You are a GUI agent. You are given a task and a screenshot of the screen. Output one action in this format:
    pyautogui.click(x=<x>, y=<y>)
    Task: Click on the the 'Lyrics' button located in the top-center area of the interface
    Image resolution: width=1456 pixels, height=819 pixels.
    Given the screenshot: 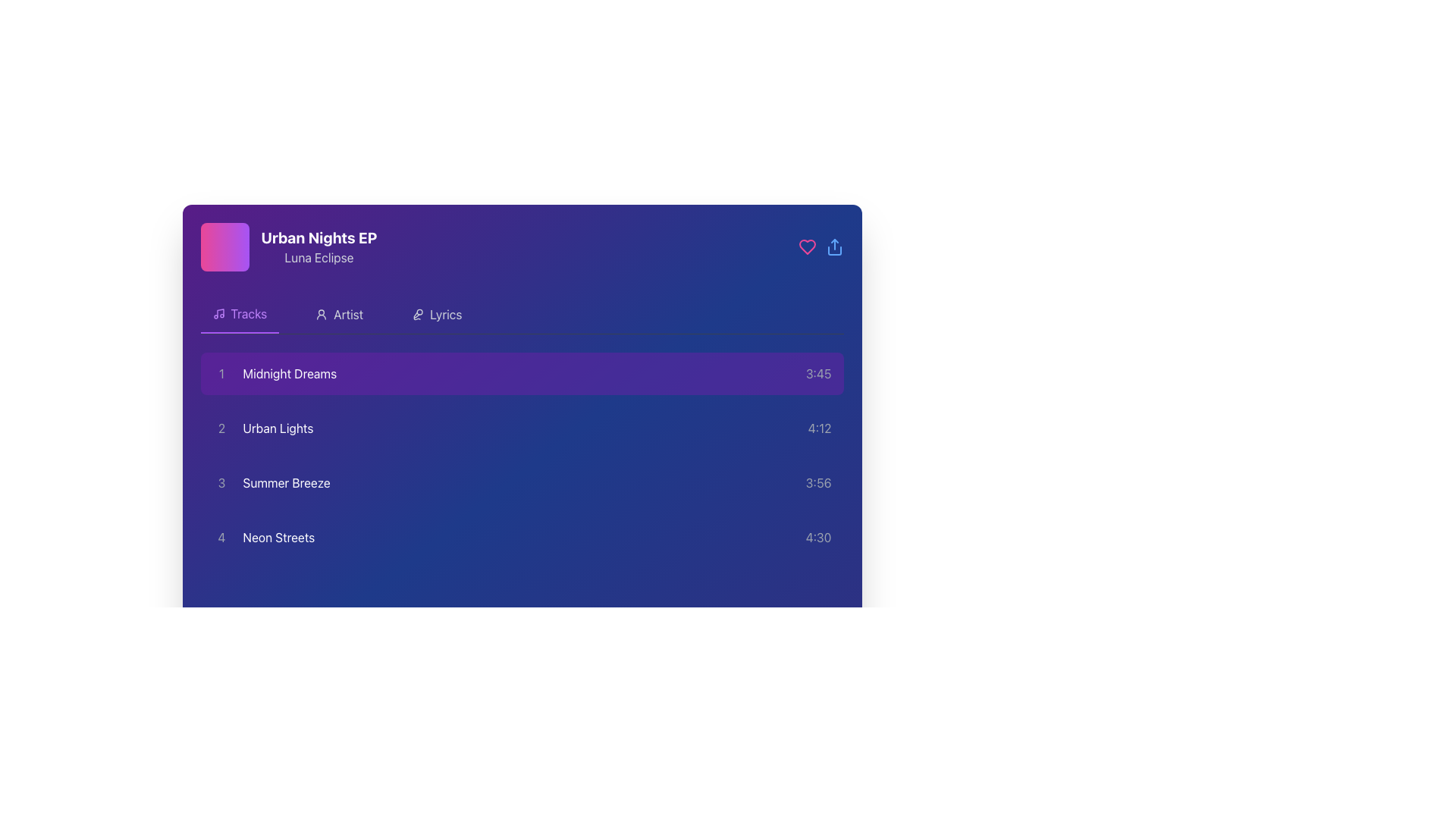 What is the action you would take?
    pyautogui.click(x=445, y=314)
    